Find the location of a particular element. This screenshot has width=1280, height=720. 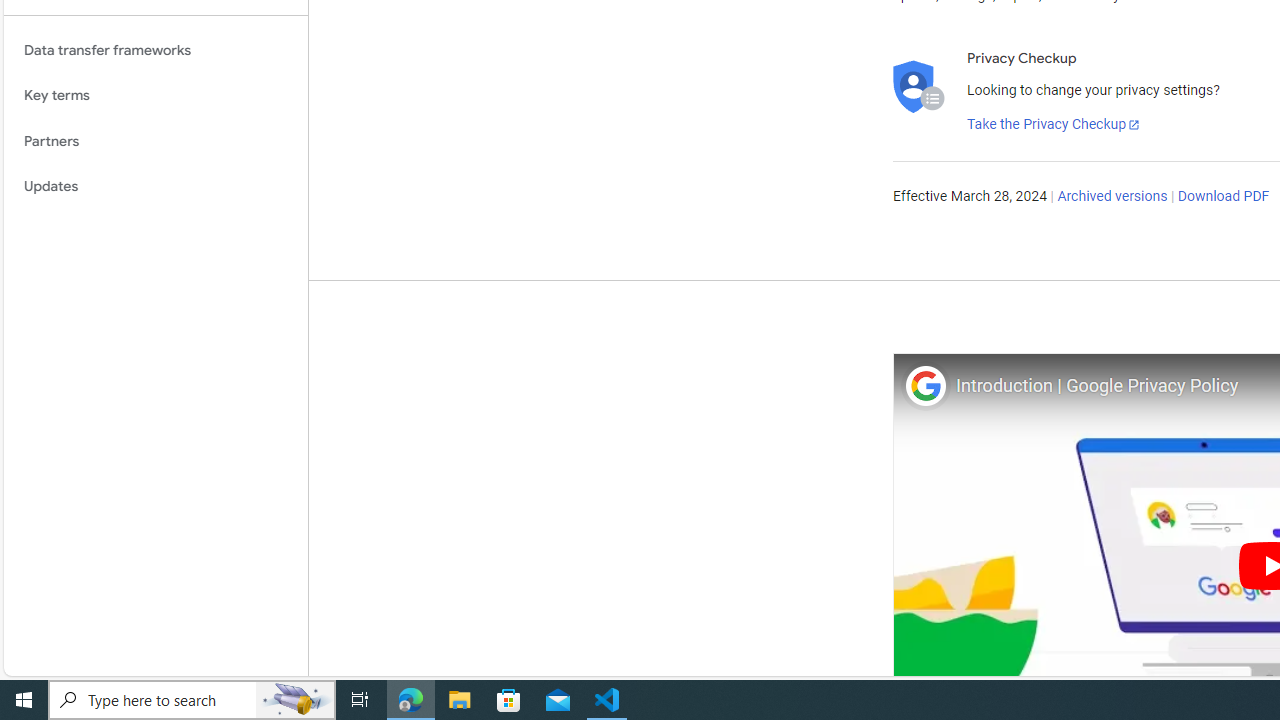

'Archived versions' is located at coordinates (1111, 196).